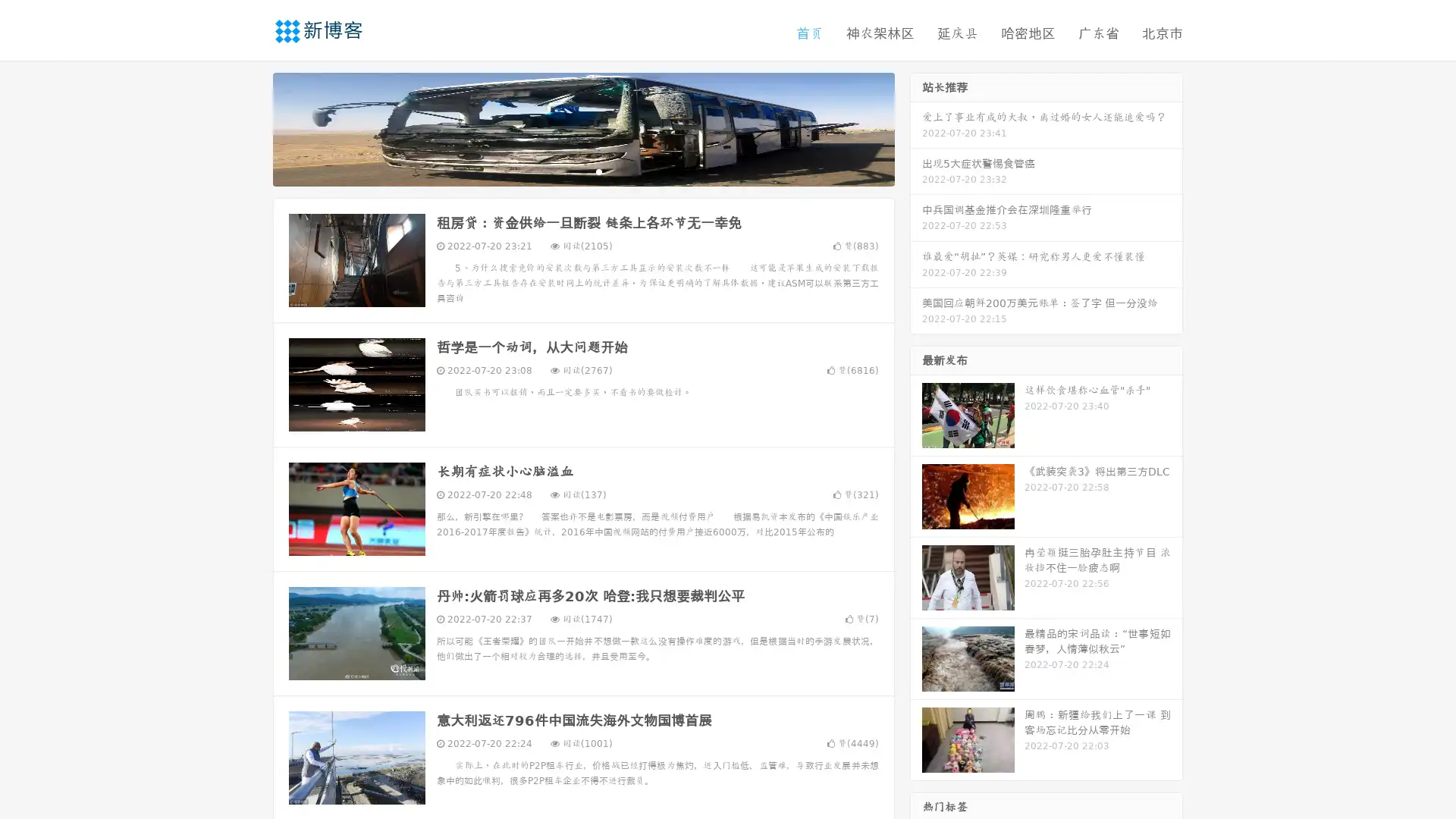  What do you see at coordinates (916, 127) in the screenshot?
I see `Next slide` at bounding box center [916, 127].